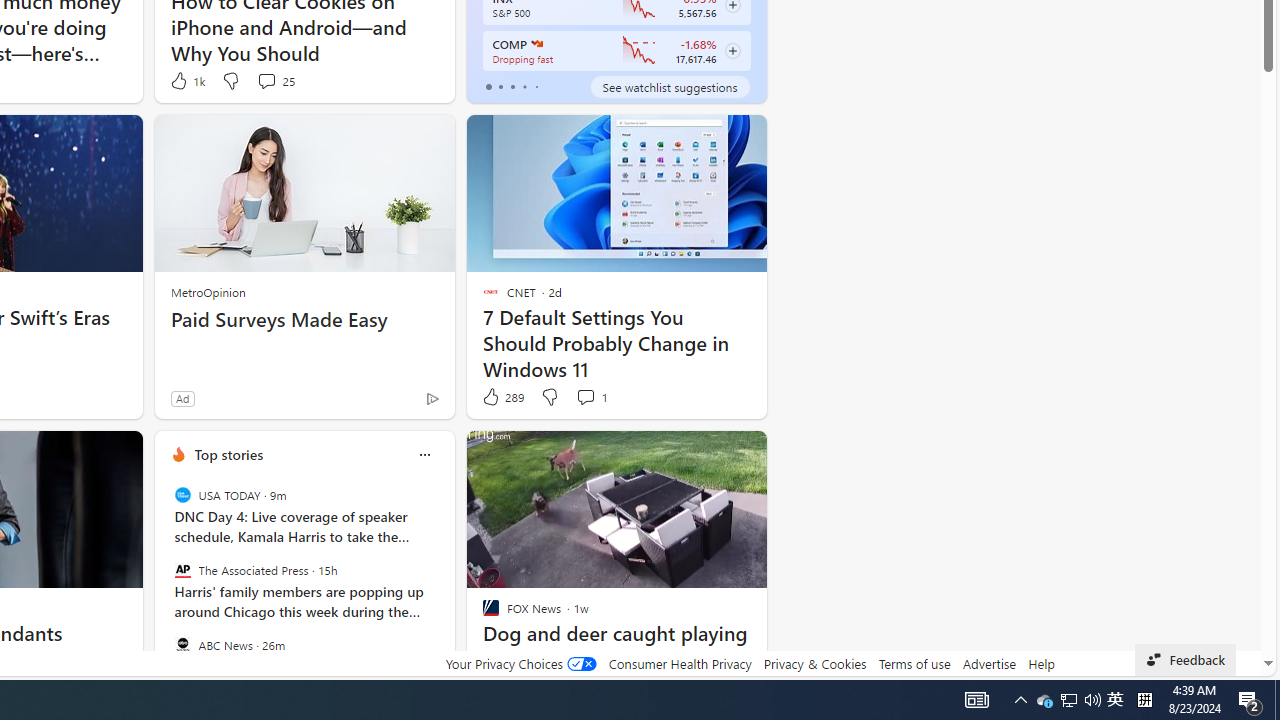 Image resolution: width=1280 pixels, height=720 pixels. I want to click on 'ABC News', so click(182, 644).